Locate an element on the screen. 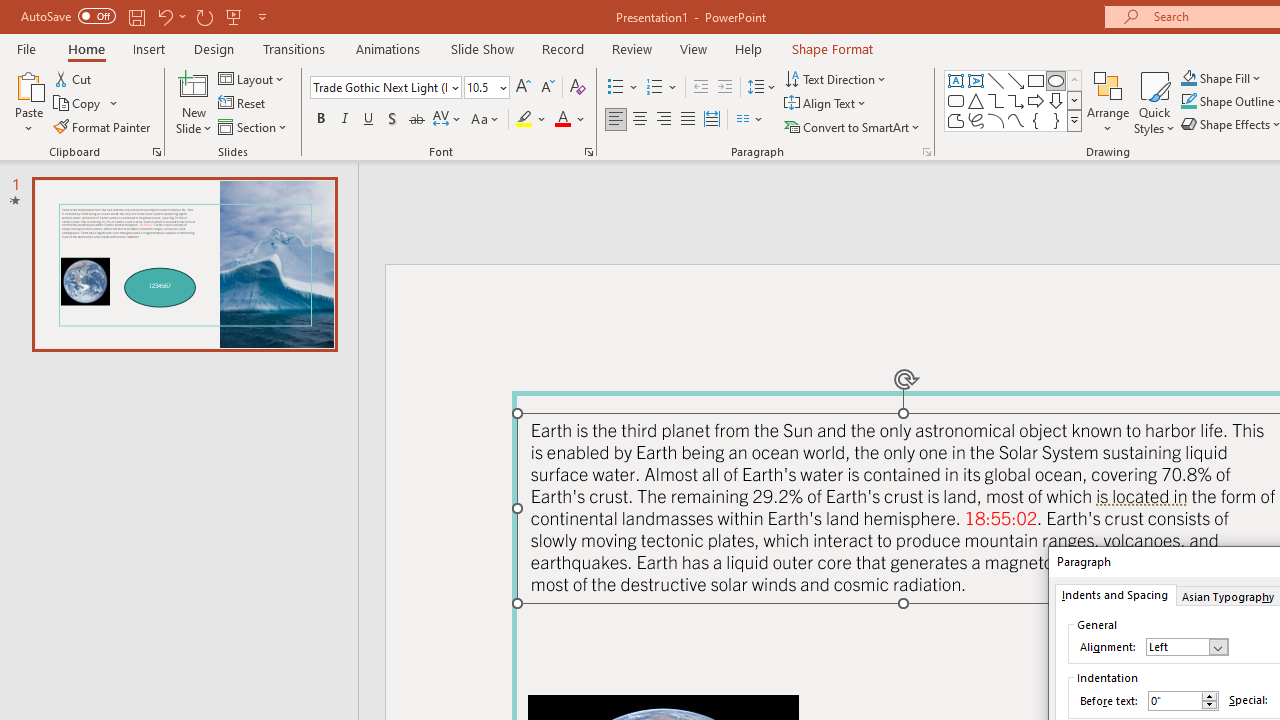 The height and width of the screenshot is (720, 1280). 'Shape Outline Teal, Accent 1' is located at coordinates (1189, 101).